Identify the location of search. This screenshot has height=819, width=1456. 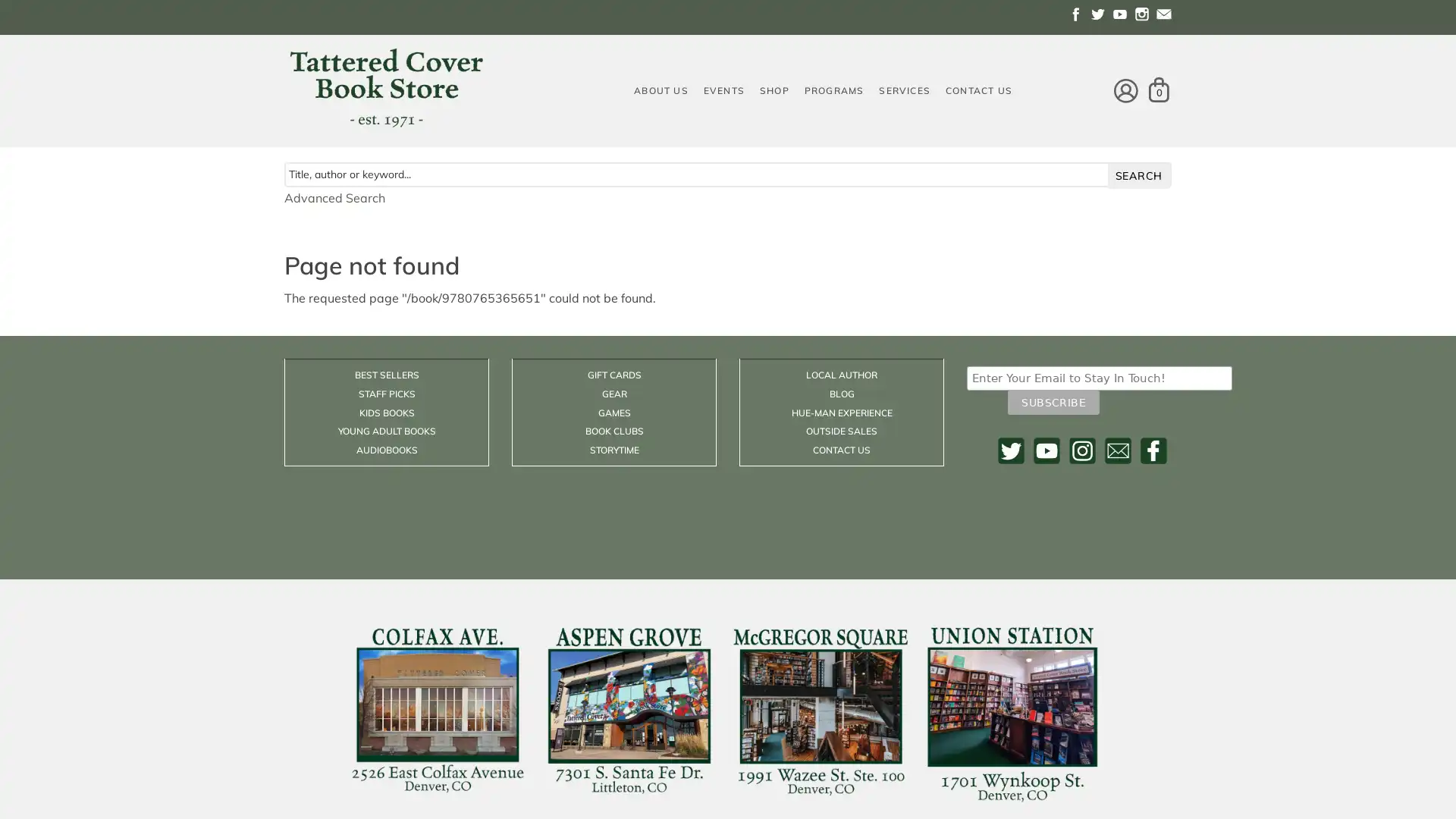
(1138, 228).